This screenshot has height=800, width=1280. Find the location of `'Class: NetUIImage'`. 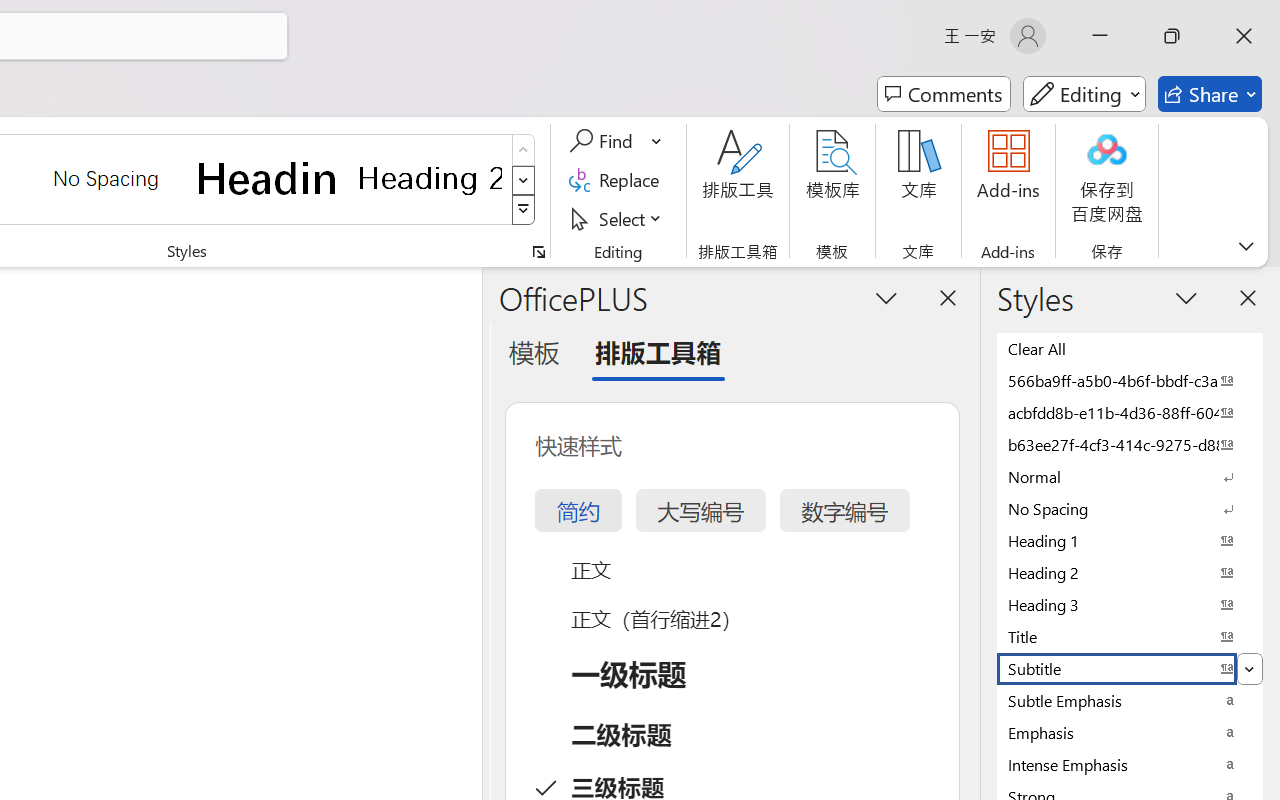

'Class: NetUIImage' is located at coordinates (524, 210).